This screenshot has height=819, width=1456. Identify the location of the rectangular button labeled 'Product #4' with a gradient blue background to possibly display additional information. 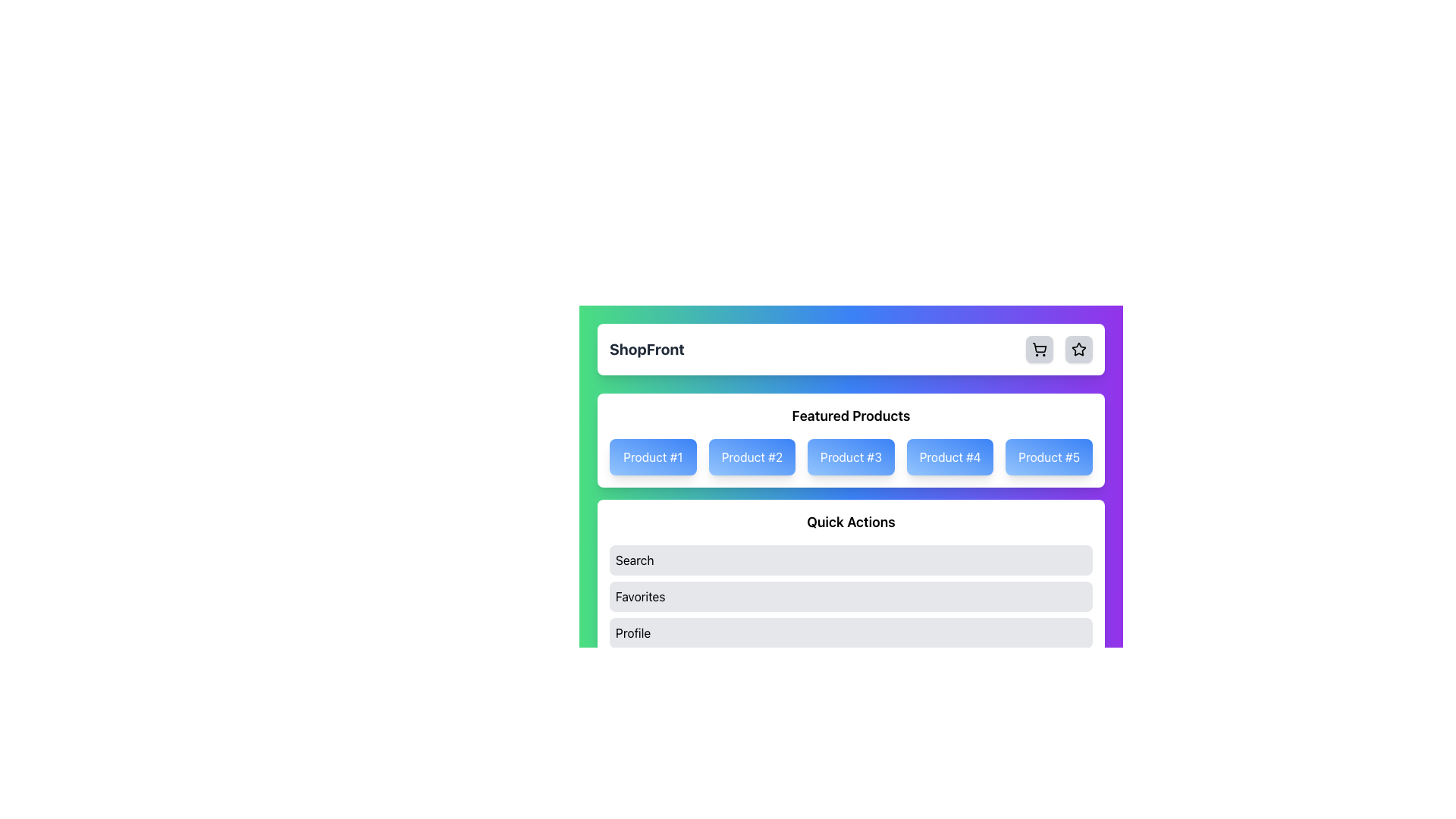
(949, 456).